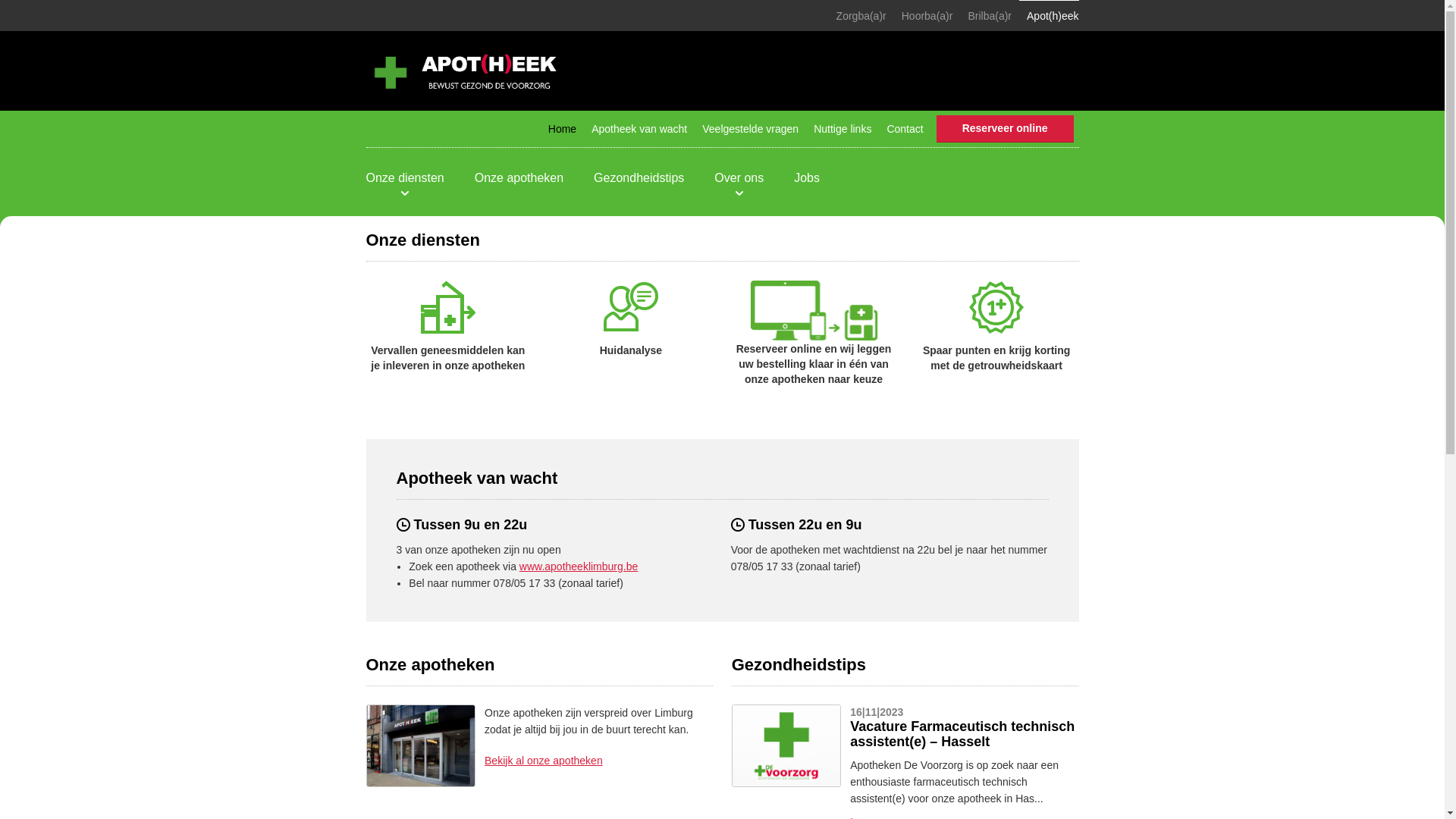  What do you see at coordinates (828, 15) in the screenshot?
I see `'Zorgba(a)r'` at bounding box center [828, 15].